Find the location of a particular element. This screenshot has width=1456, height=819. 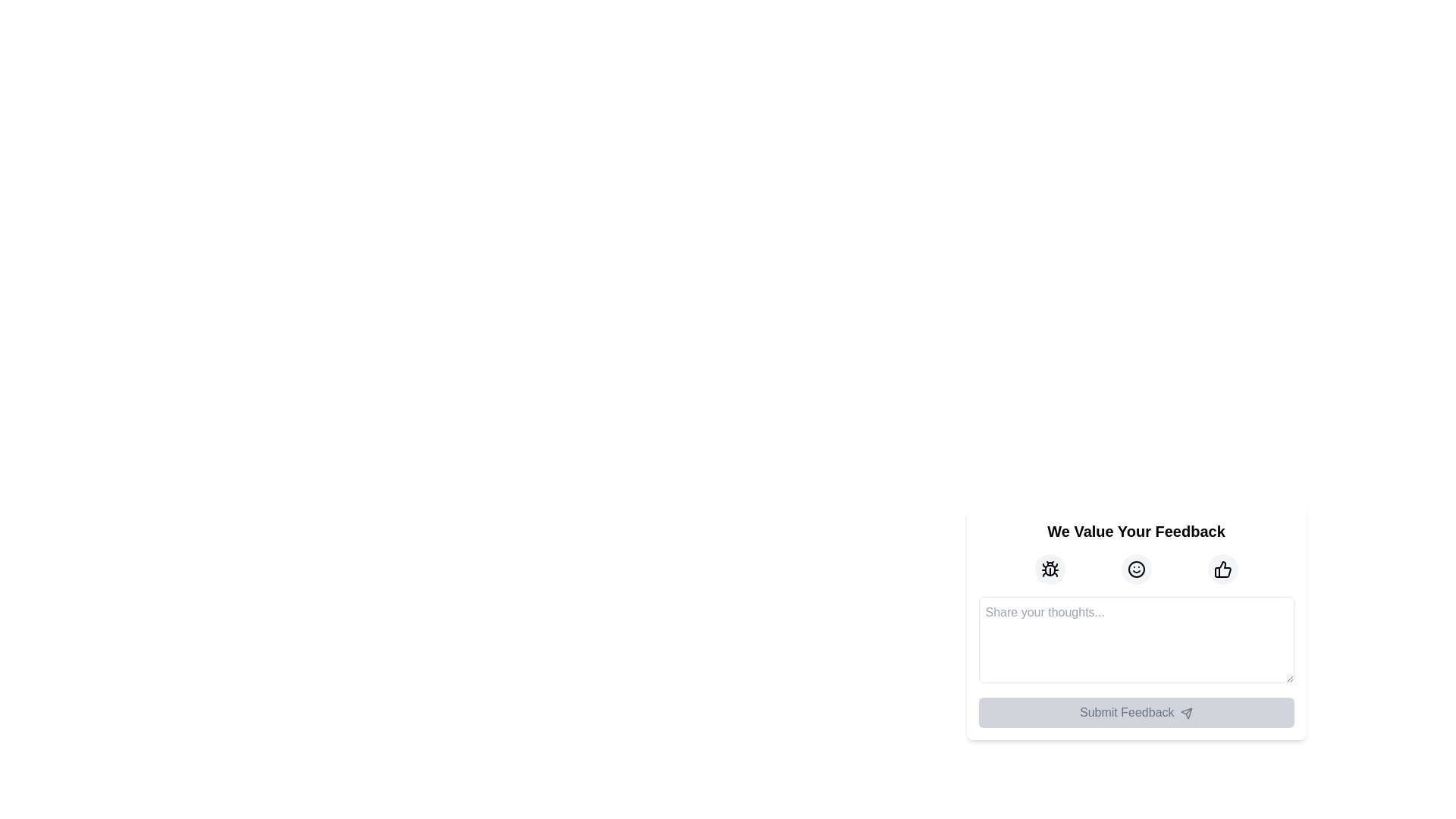

the circular graphic element that represents a face, located in the second icon from the left in a group of three icons at the top of the feedback form is located at coordinates (1136, 570).